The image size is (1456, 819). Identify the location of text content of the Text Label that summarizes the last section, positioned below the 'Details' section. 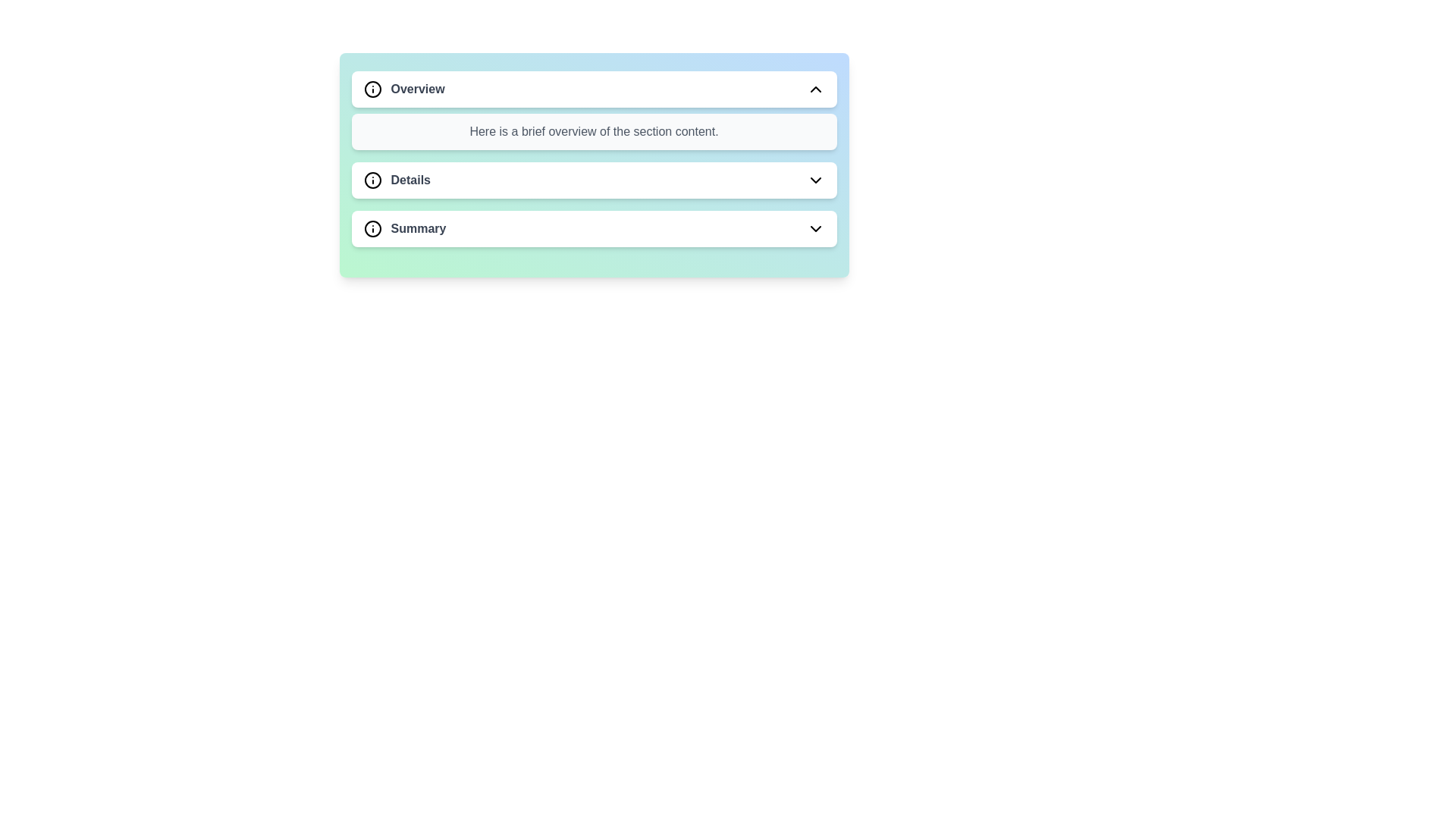
(419, 228).